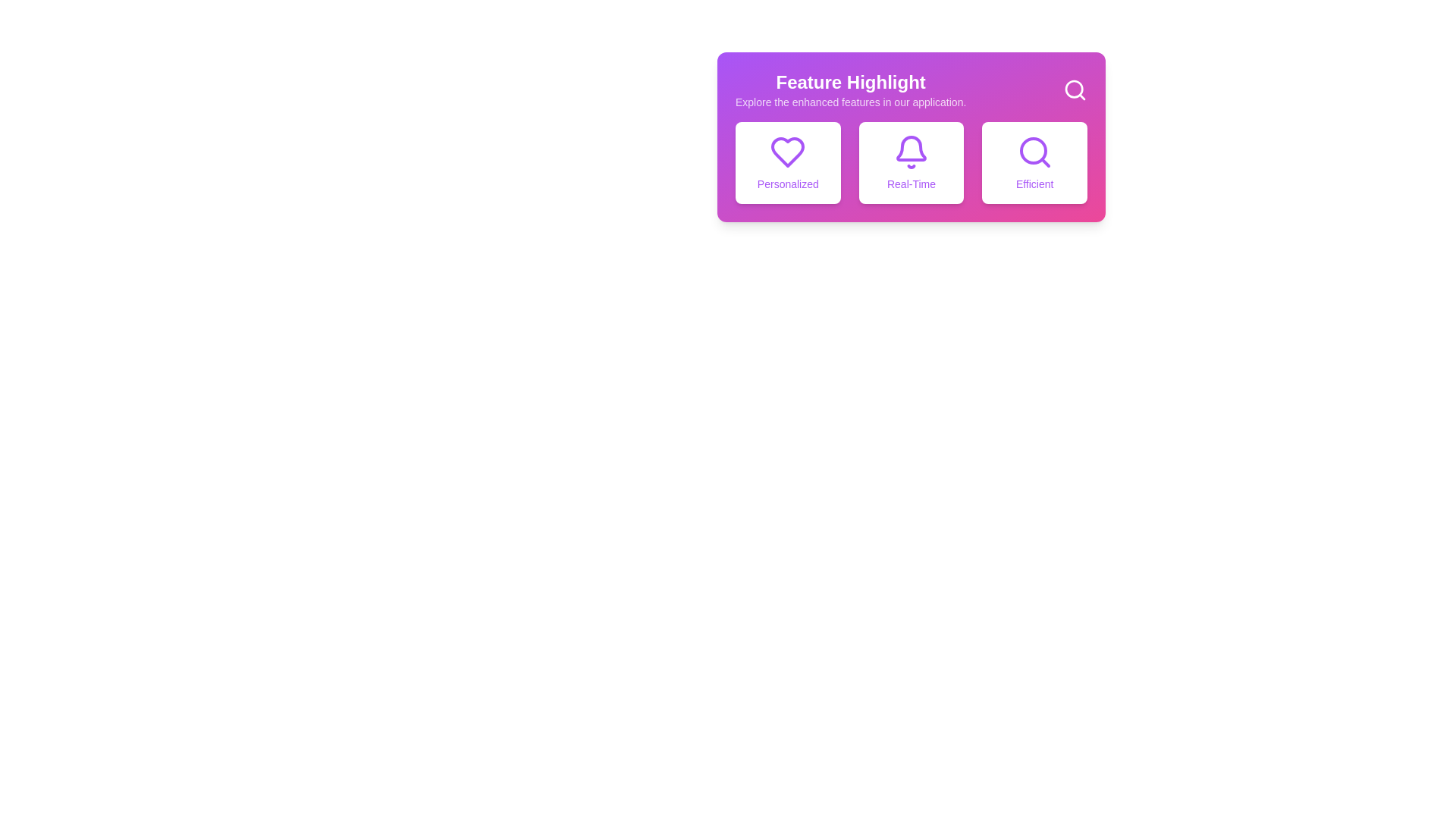 The width and height of the screenshot is (1456, 819). What do you see at coordinates (910, 149) in the screenshot?
I see `the notification bell icon, which is a bell-shaped icon with thin strokes, located centrally within the second square option below the 'Feature Highlight' section in the 'Real-Time' feature area` at bounding box center [910, 149].